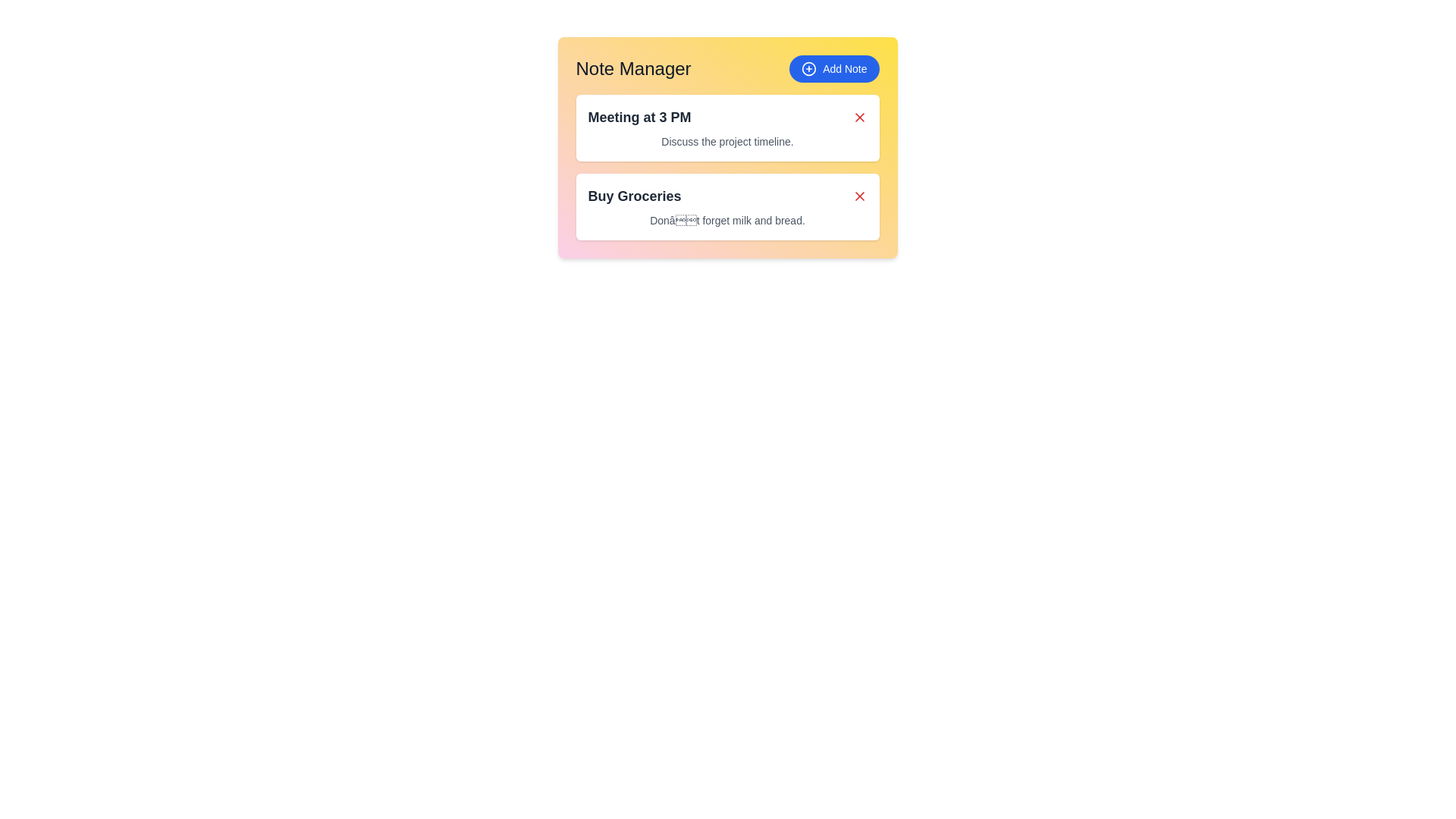  Describe the element at coordinates (859, 116) in the screenshot. I see `the delete button for the note titled 'Meeting at 3 PM'` at that location.